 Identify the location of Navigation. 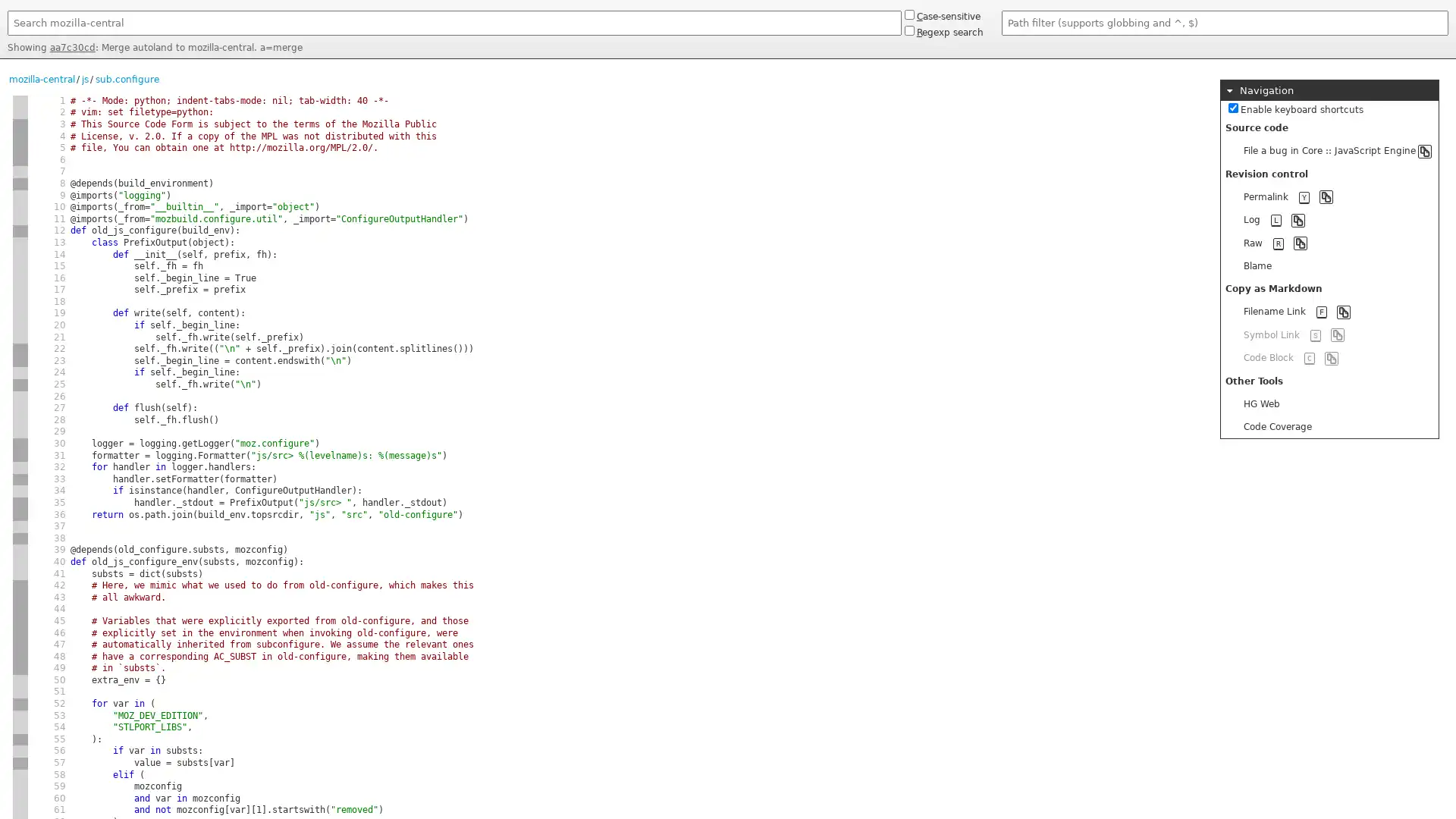
(1329, 90).